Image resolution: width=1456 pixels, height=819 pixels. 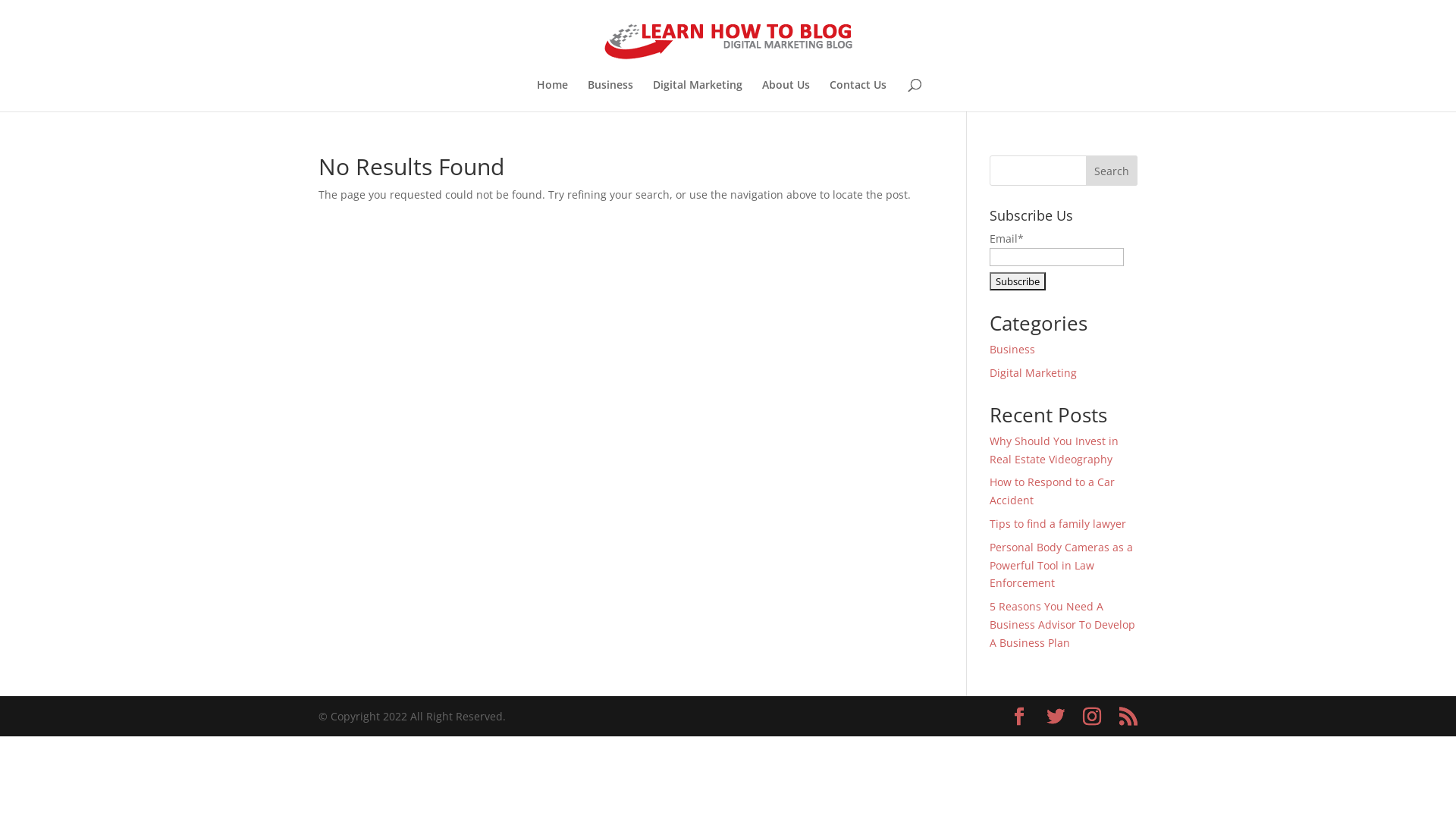 I want to click on 'Home', so click(x=551, y=96).